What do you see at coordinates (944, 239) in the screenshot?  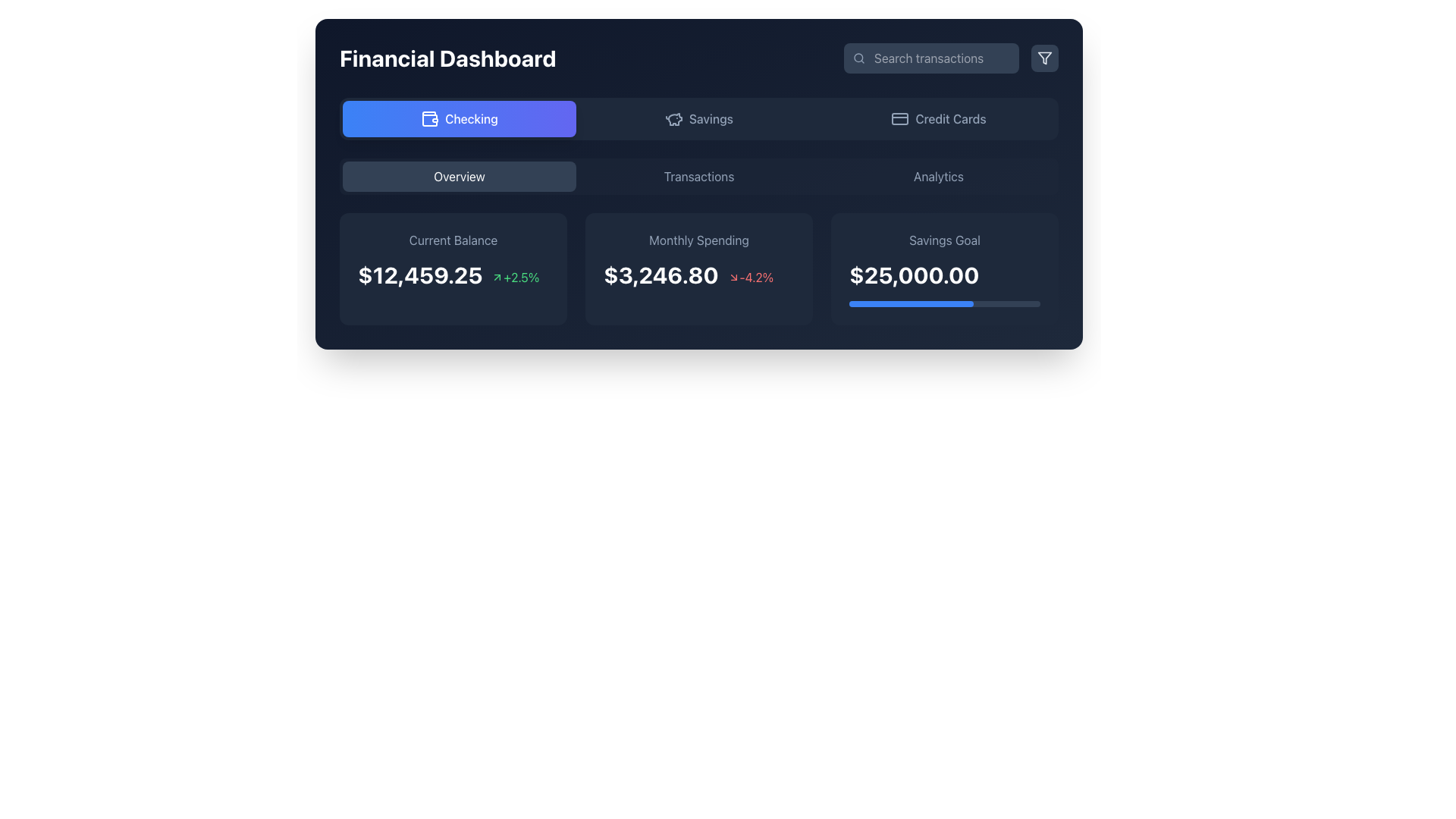 I see `the 'Savings Goal' text label displayed in light gray font against a dark background, located at the top of a card-like section on the right side of the interface` at bounding box center [944, 239].